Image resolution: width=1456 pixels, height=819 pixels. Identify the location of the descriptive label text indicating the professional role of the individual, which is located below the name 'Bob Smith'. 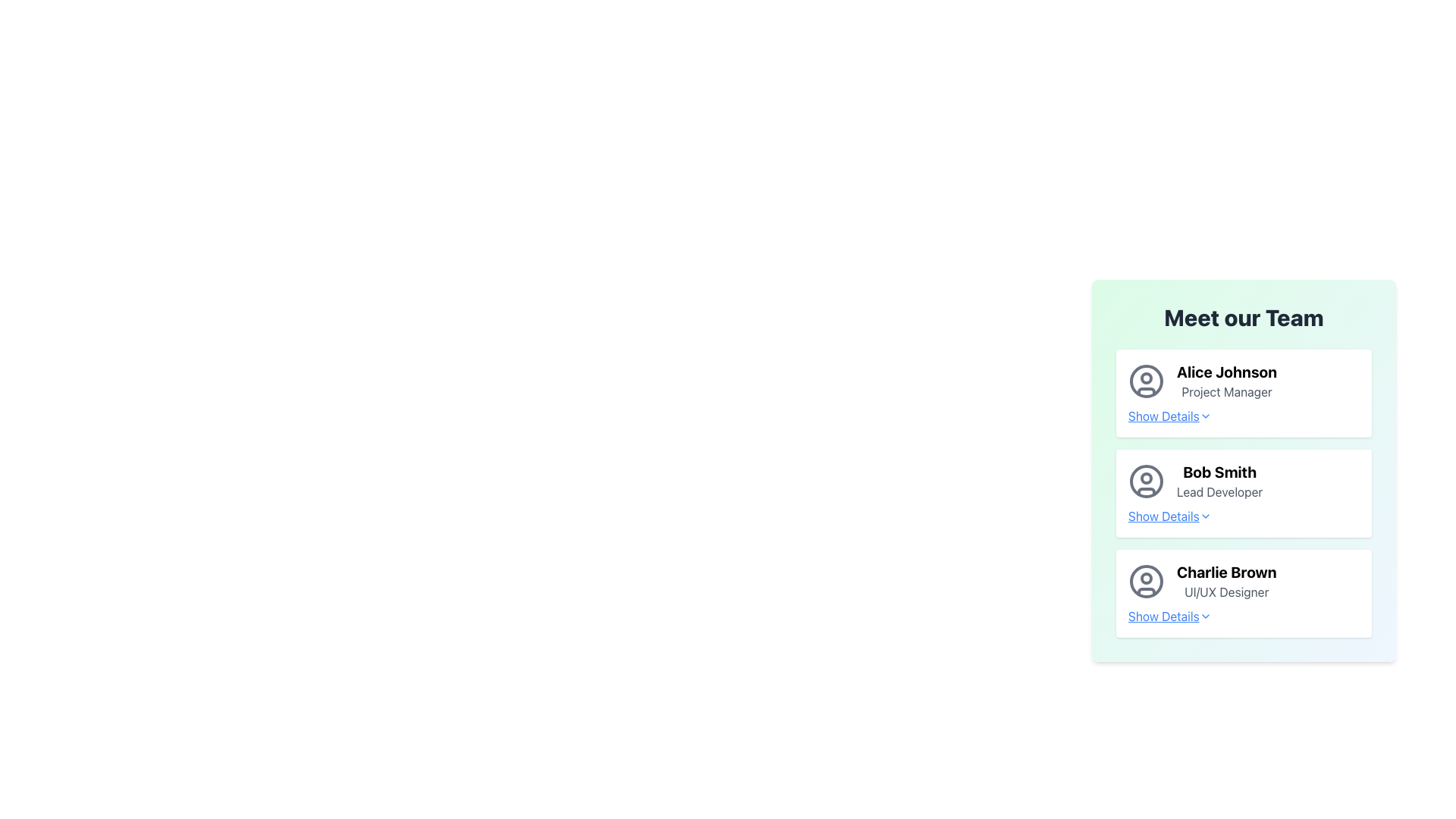
(1219, 491).